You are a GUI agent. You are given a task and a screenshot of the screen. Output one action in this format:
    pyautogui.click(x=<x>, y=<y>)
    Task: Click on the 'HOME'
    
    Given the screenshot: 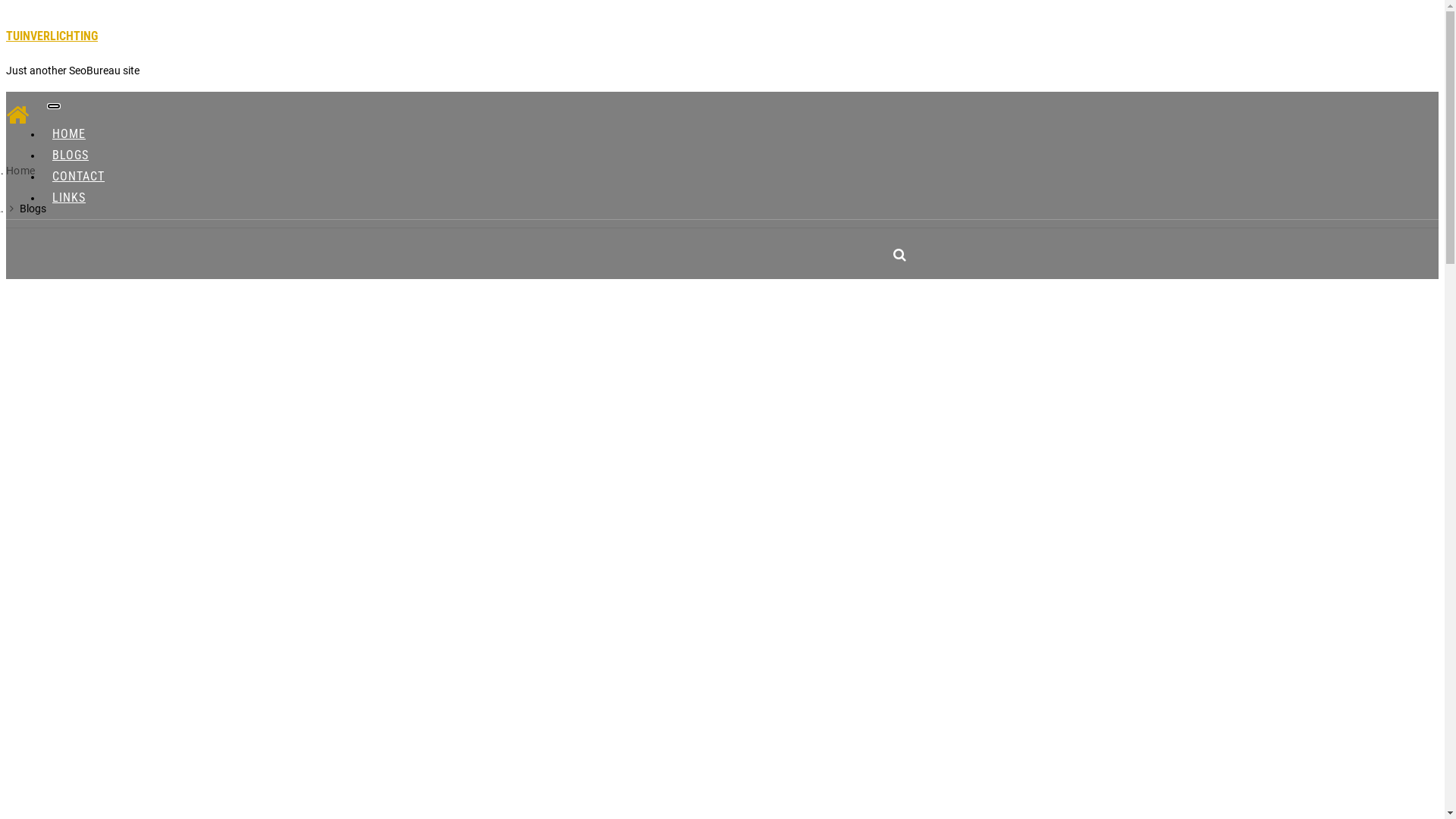 What is the action you would take?
    pyautogui.click(x=42, y=133)
    